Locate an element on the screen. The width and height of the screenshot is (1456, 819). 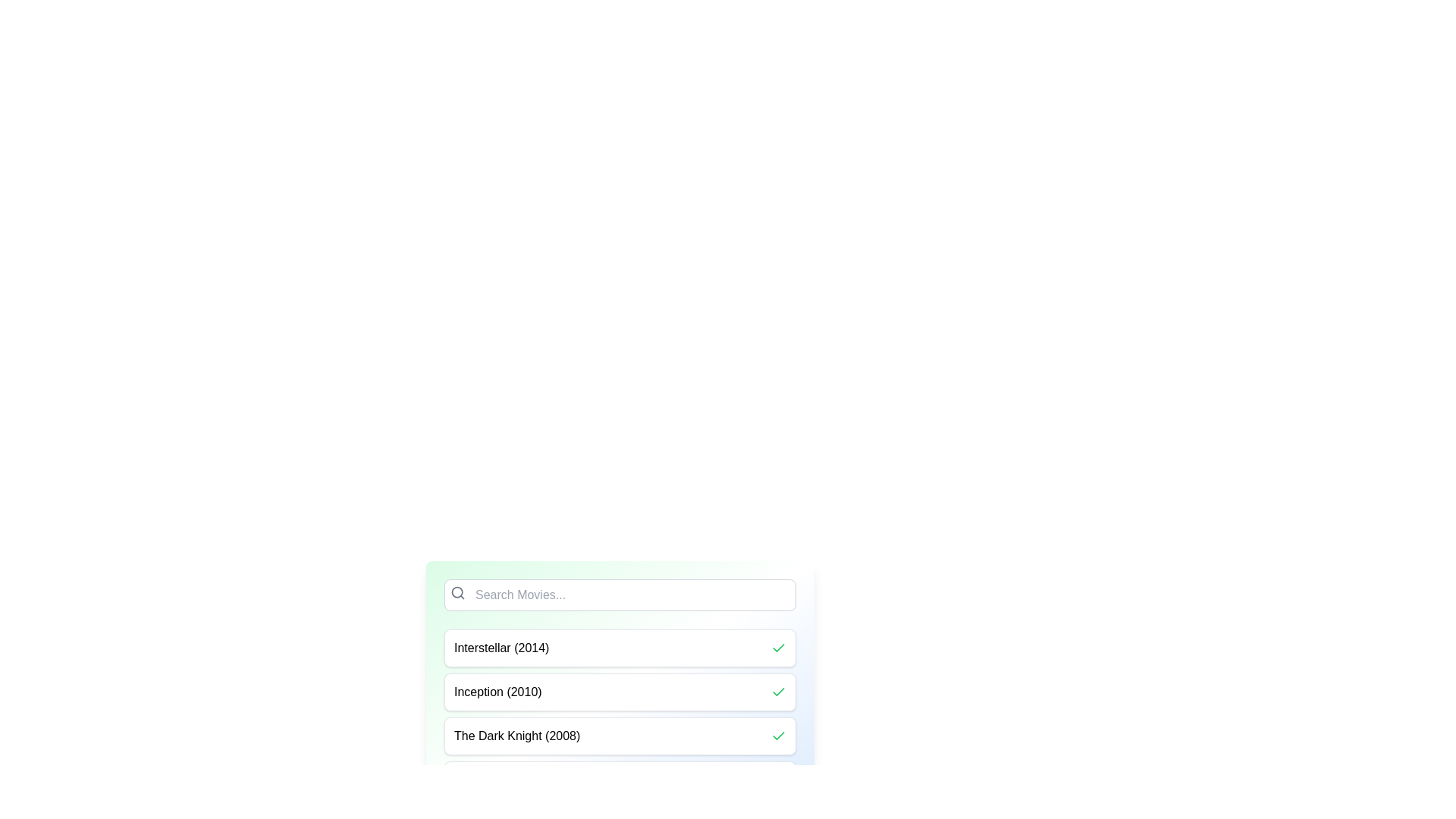
the search icon located at the leftmost position inside the rectangular box containing the search input field is located at coordinates (457, 592).